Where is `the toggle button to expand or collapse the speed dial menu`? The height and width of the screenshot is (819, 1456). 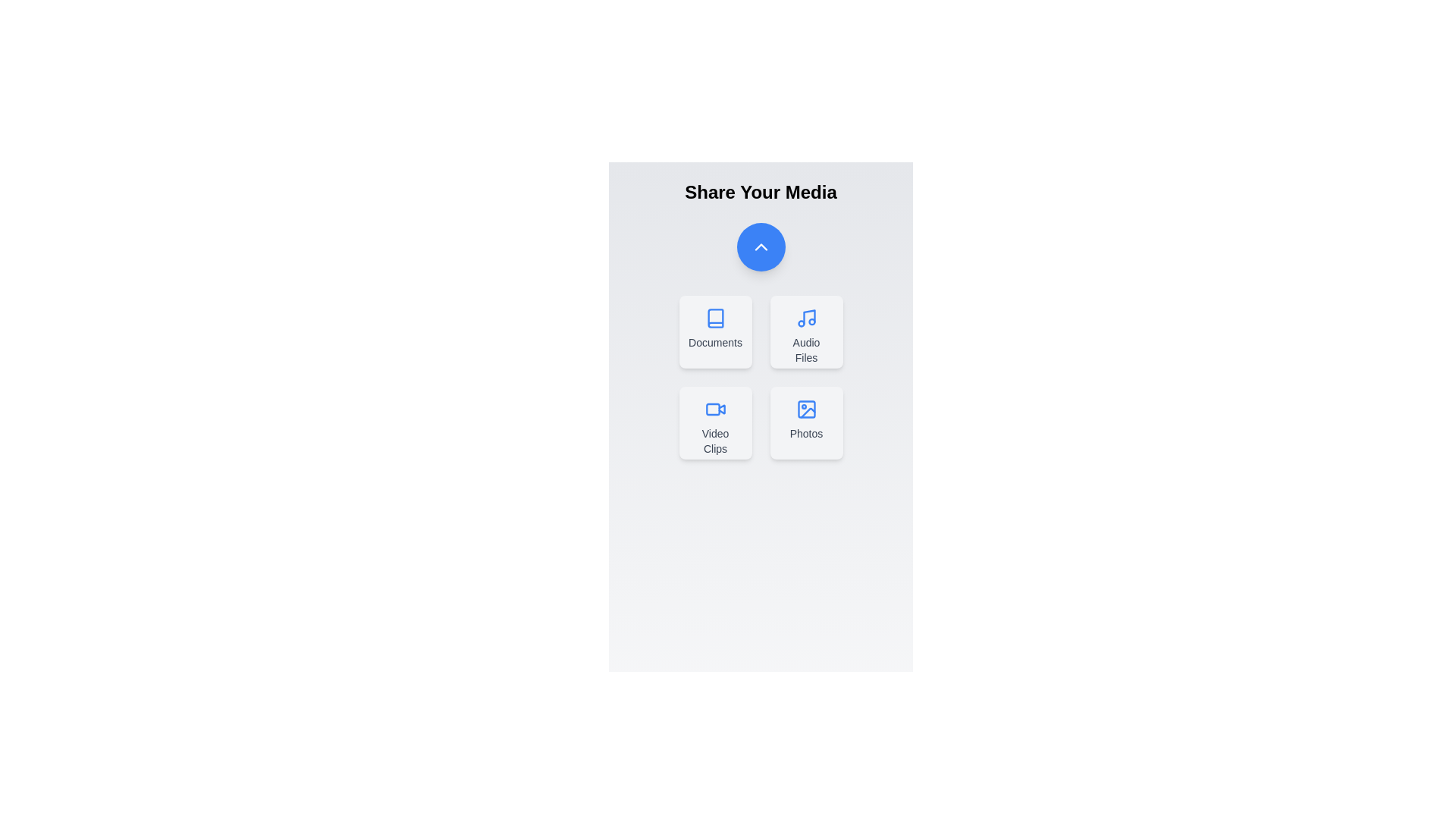
the toggle button to expand or collapse the speed dial menu is located at coordinates (761, 246).